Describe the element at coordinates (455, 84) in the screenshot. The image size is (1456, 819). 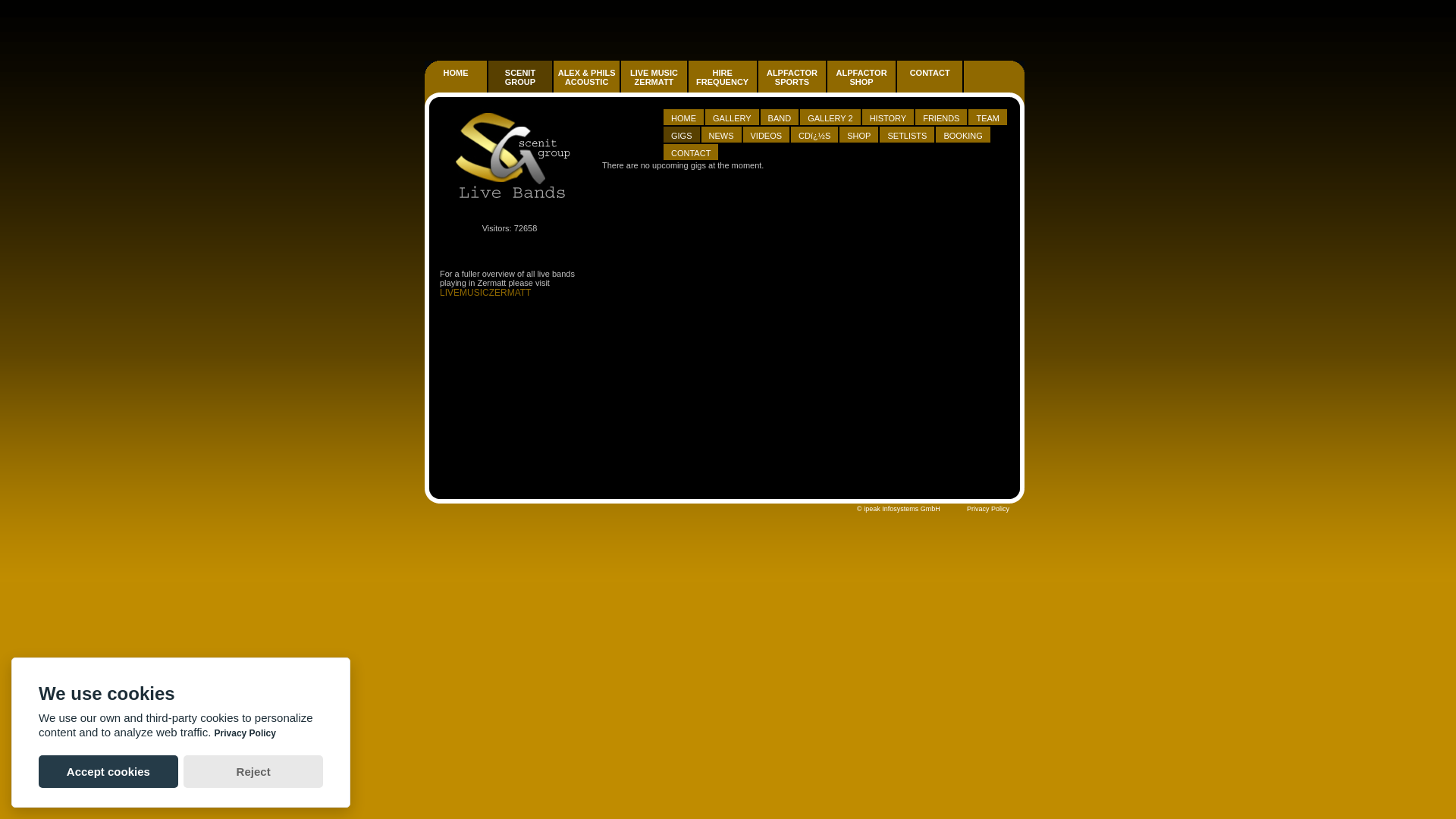
I see `'HOME'` at that location.